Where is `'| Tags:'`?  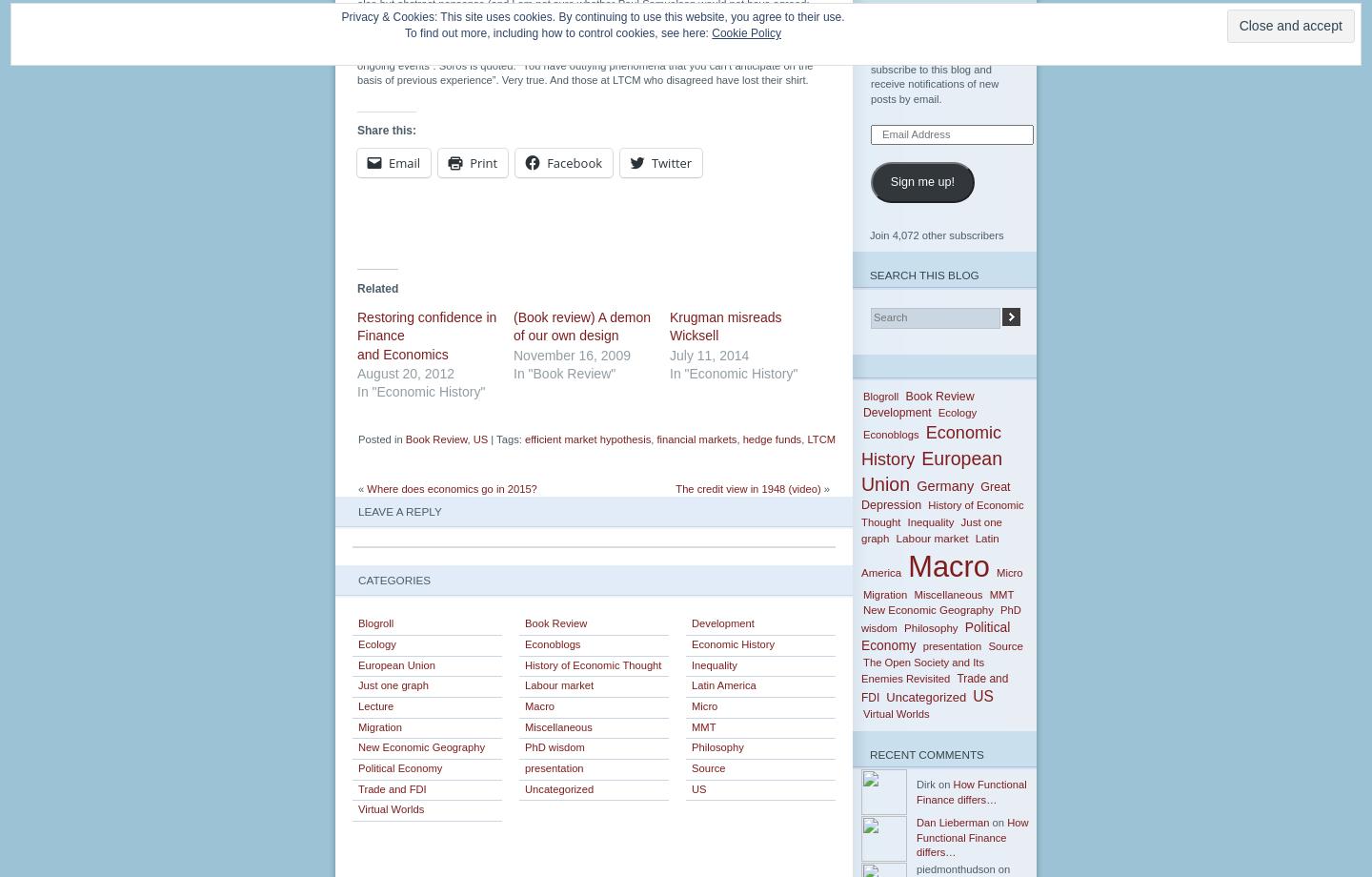
'| Tags:' is located at coordinates (487, 438).